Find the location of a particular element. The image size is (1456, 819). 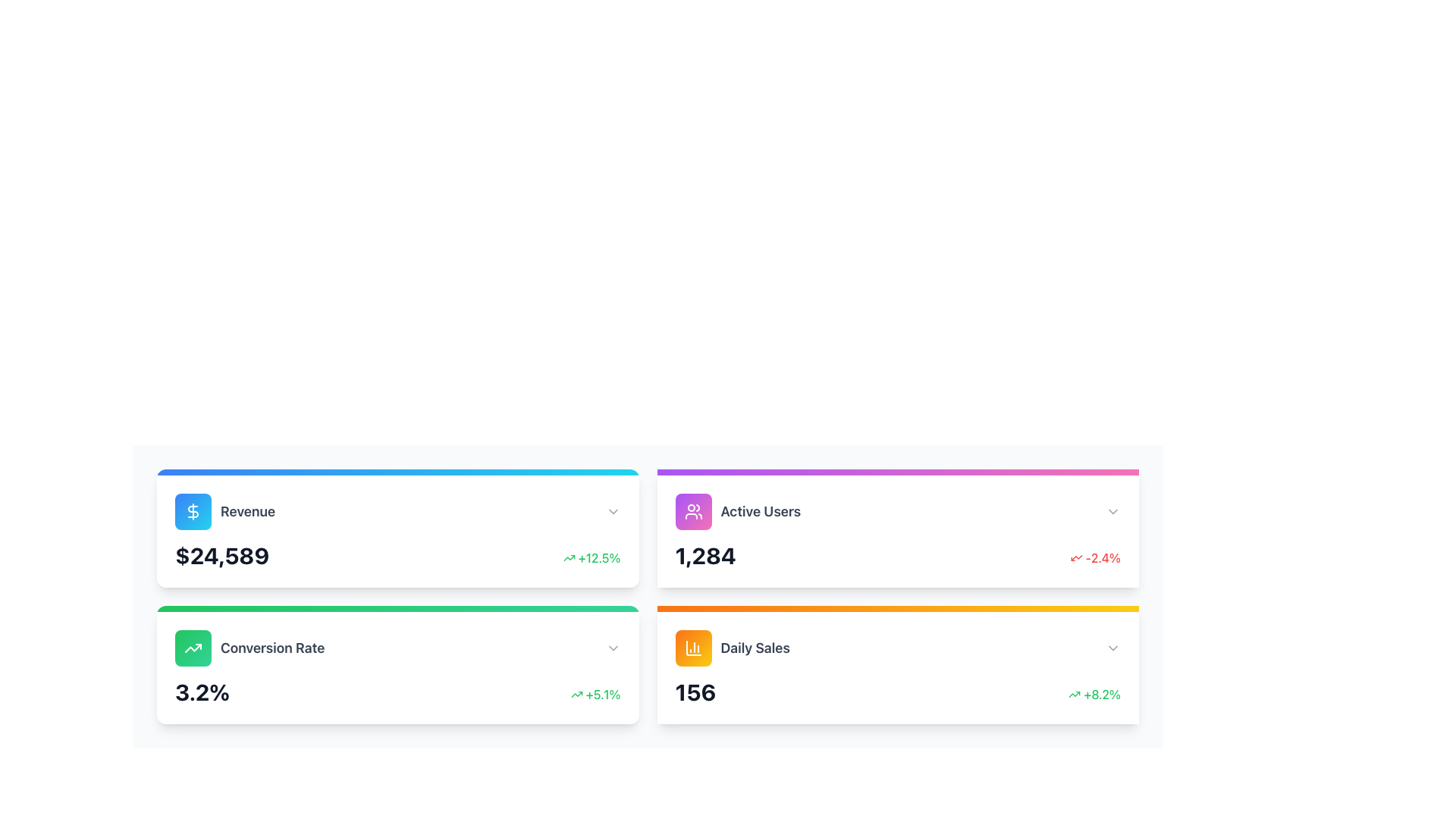

the Information card located at the bottom-left corner of the grid, which displays the conversion rate metric and its recent variation is located at coordinates (397, 667).